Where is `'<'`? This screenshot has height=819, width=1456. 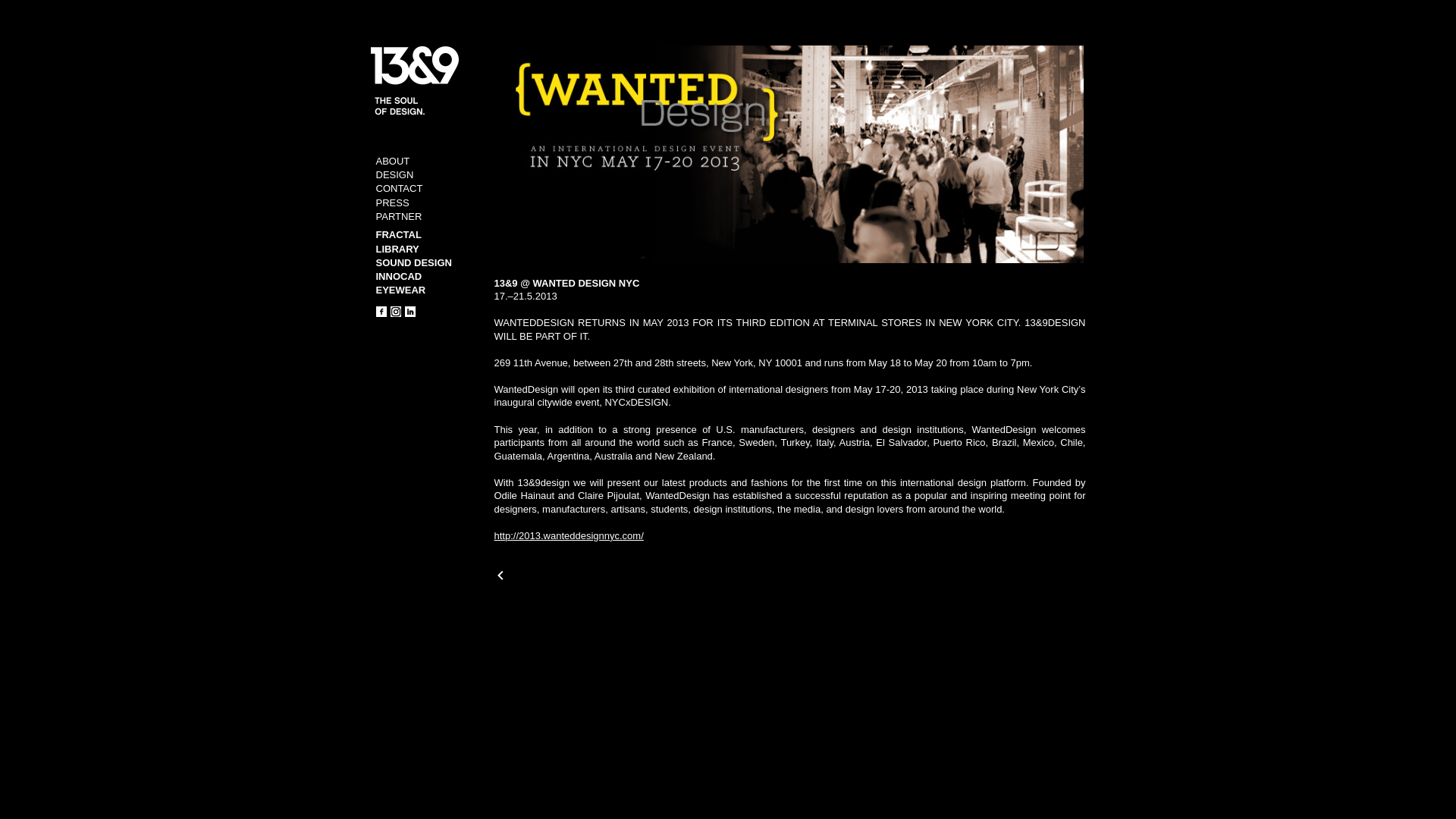
'<' is located at coordinates (500, 576).